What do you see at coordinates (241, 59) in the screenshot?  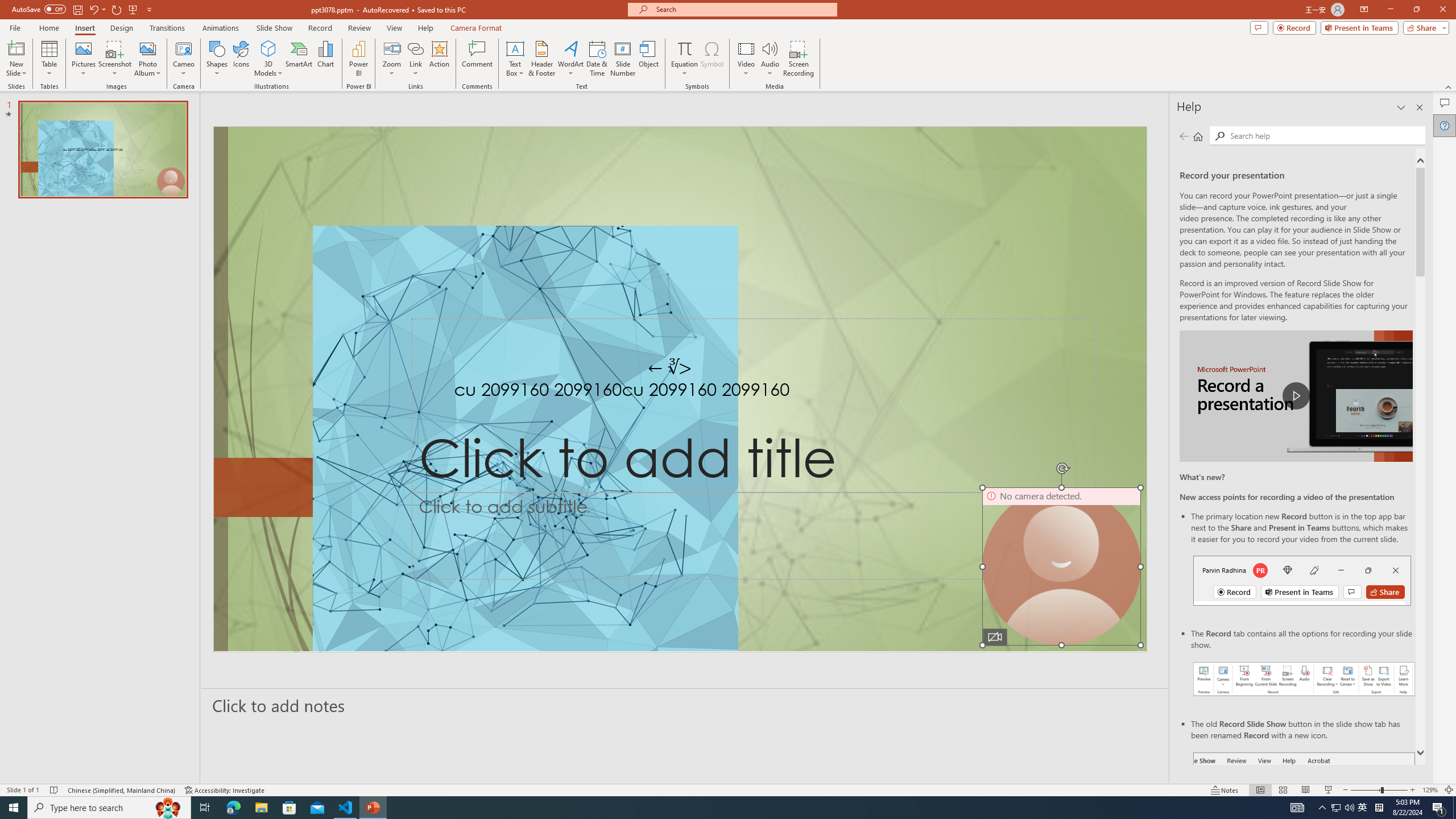 I see `'Icons'` at bounding box center [241, 59].